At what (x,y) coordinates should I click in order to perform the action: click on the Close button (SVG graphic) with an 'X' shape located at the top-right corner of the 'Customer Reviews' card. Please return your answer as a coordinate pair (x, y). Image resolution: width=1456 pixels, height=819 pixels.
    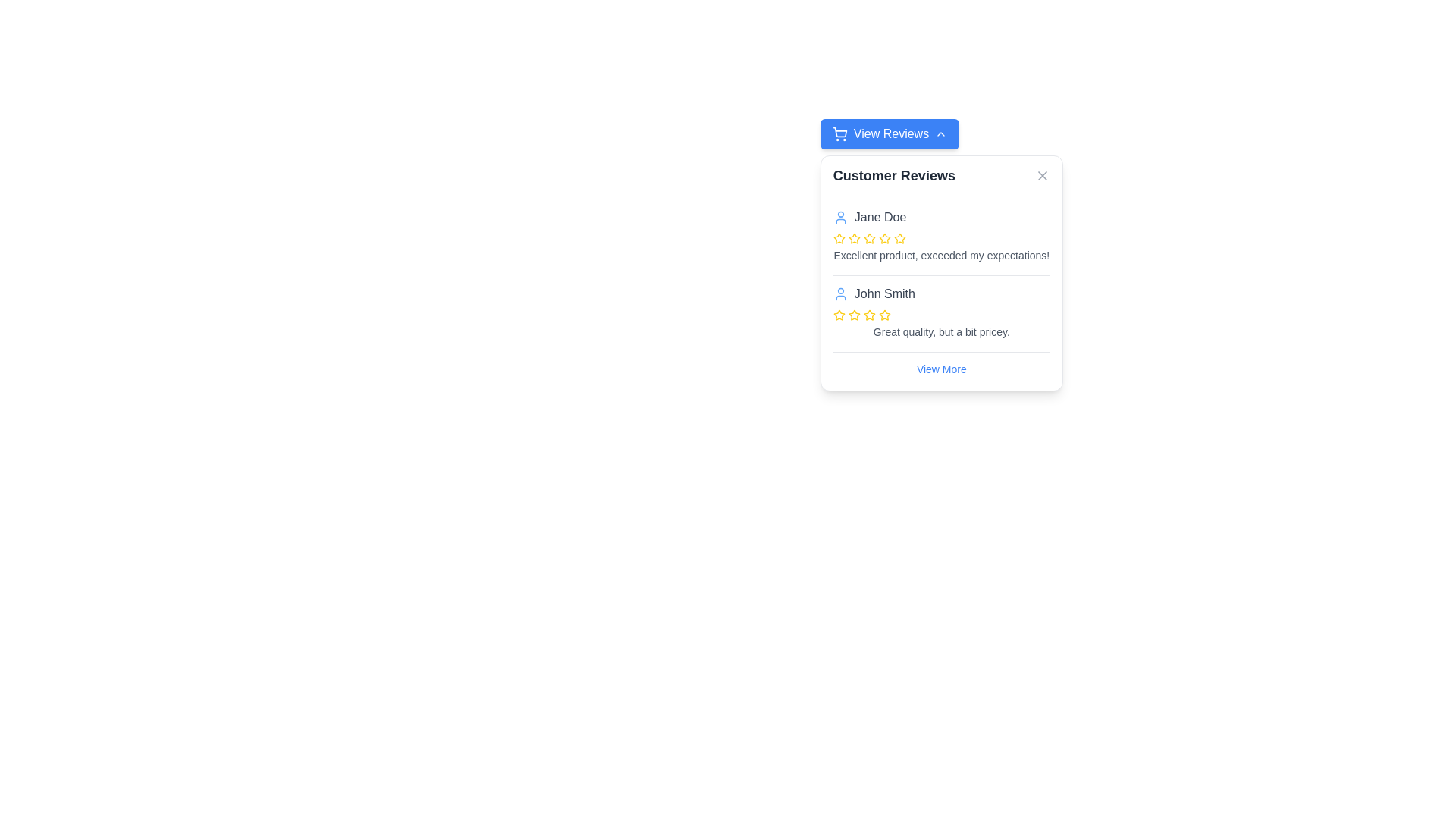
    Looking at the image, I should click on (1041, 174).